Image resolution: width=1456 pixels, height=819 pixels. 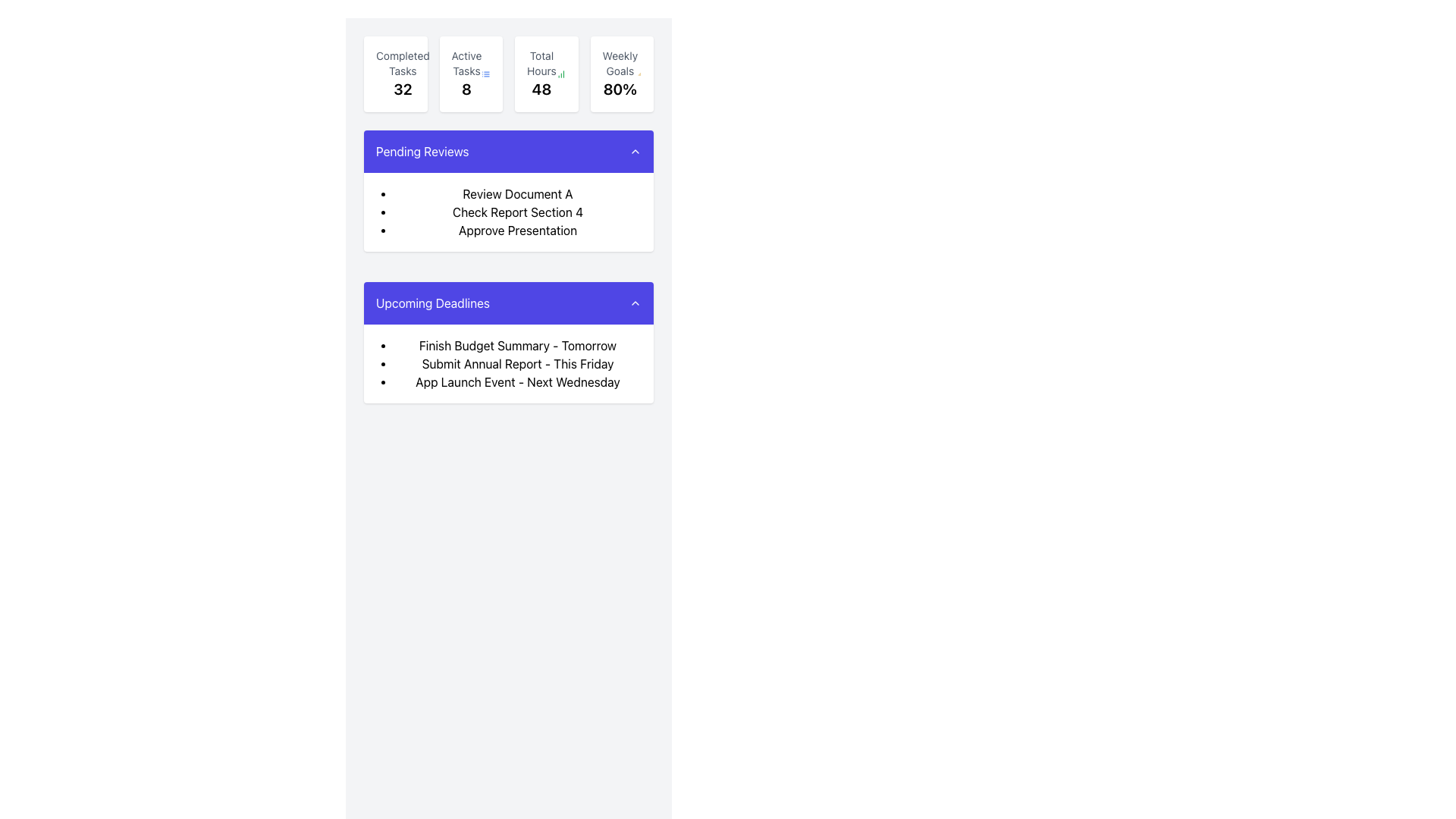 I want to click on the informational text element in the 'Pending Reviews' section, which is the second item in the vertical list of three, located between 'Review Document A' and 'Approve Presentation', so click(x=517, y=212).